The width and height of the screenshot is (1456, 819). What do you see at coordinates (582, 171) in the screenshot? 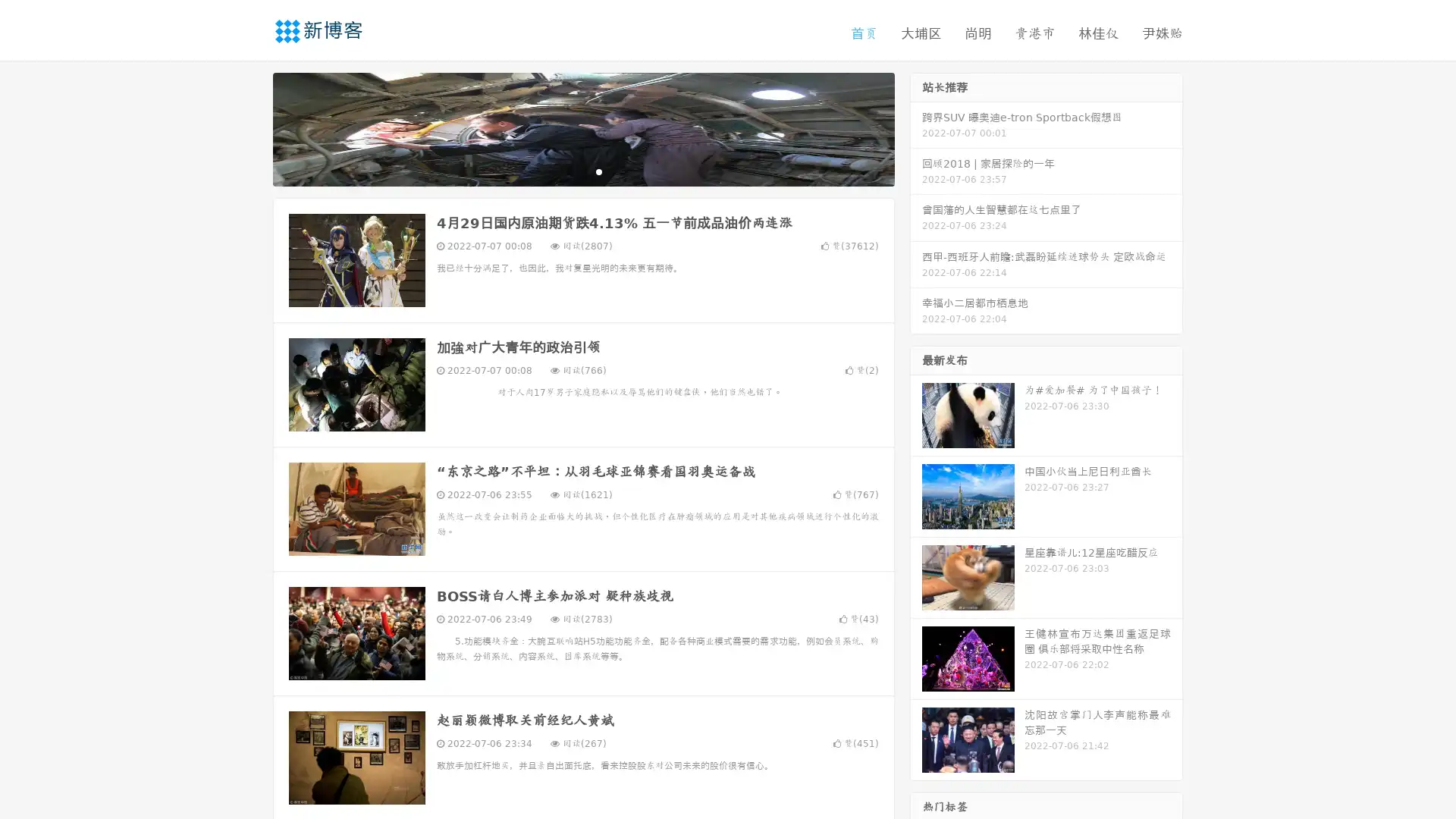
I see `Go to slide 2` at bounding box center [582, 171].